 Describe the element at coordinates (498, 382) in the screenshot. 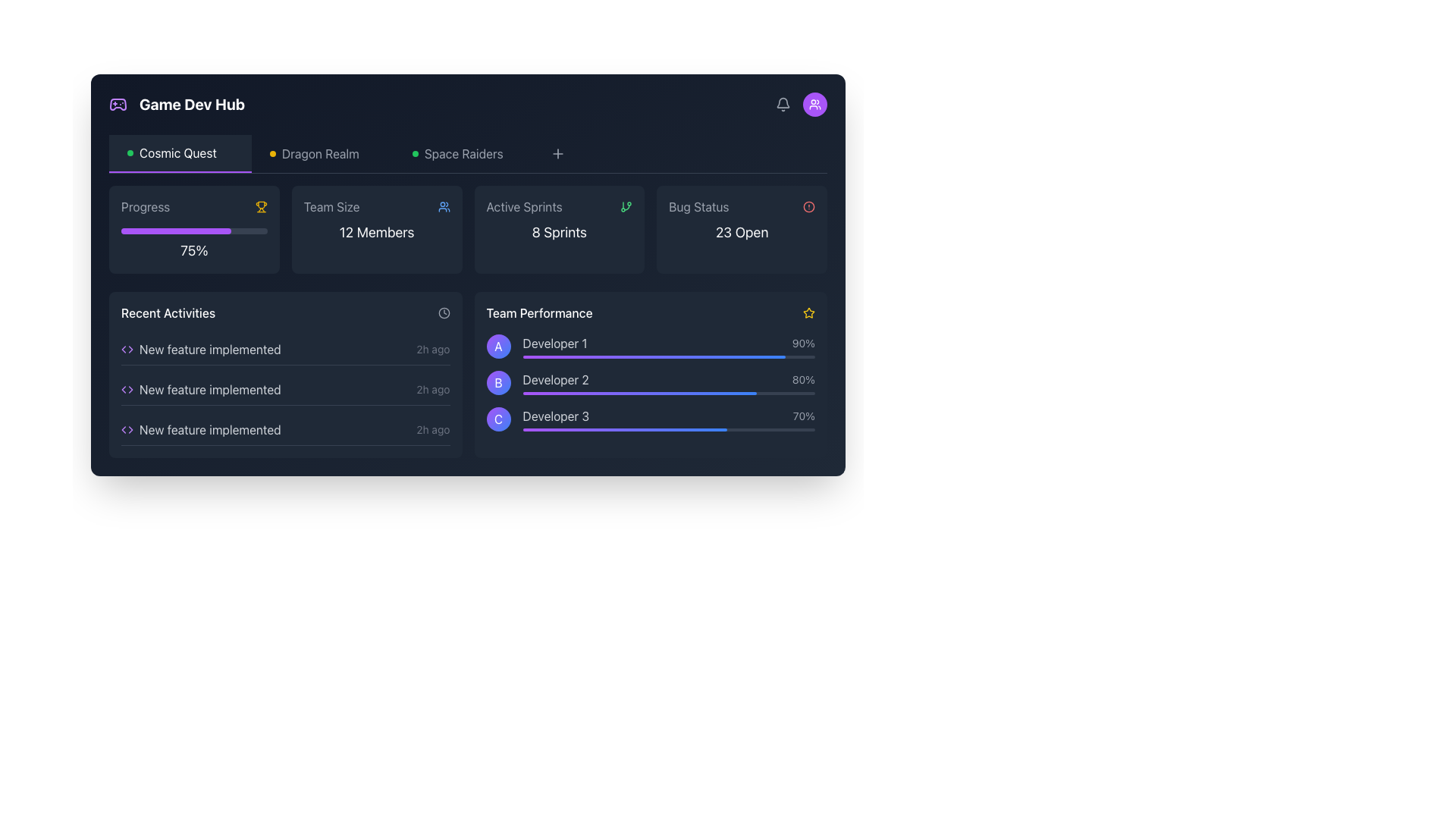

I see `the circular badge with a gradient color transitioning from purple to blue, which contains a white uppercase letter 'B', located in the 'Team Performance' section` at that location.